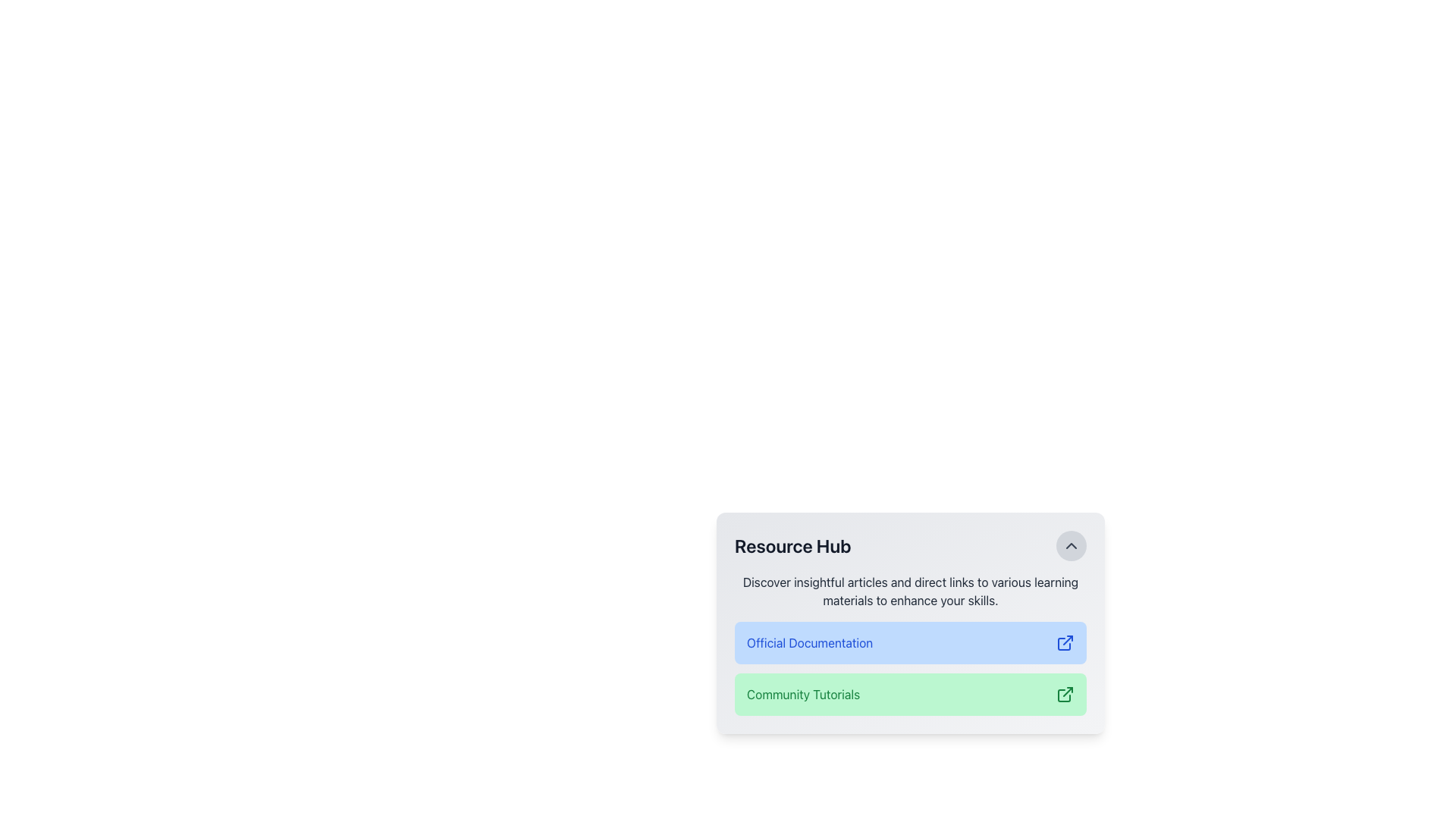 Image resolution: width=1456 pixels, height=819 pixels. Describe the element at coordinates (809, 643) in the screenshot. I see `the blue text link labeled 'Official Documentation' located at the top of the 'Resource Hub' section` at that location.